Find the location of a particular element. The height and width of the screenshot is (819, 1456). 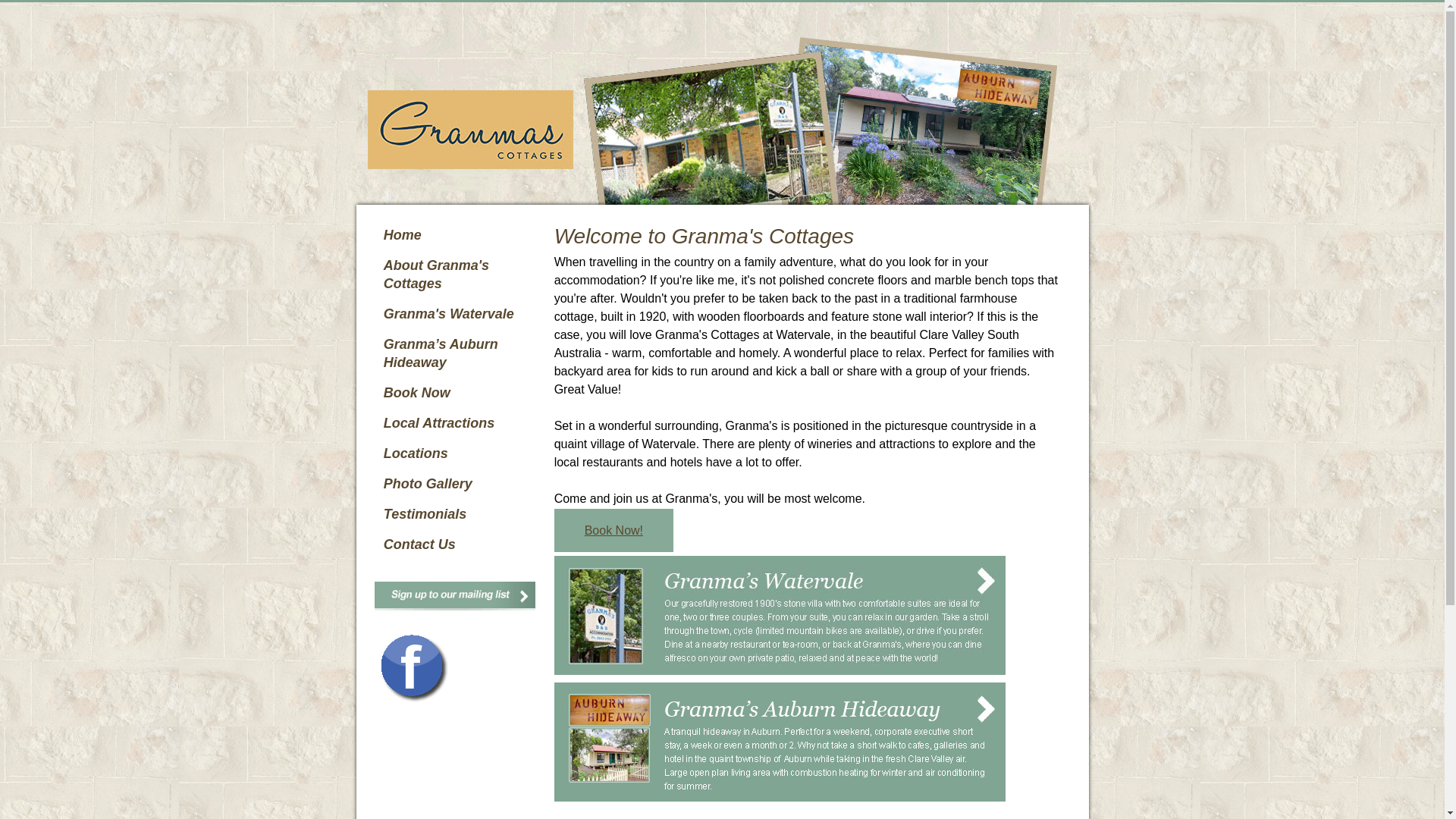

'Testimonials' is located at coordinates (457, 513).